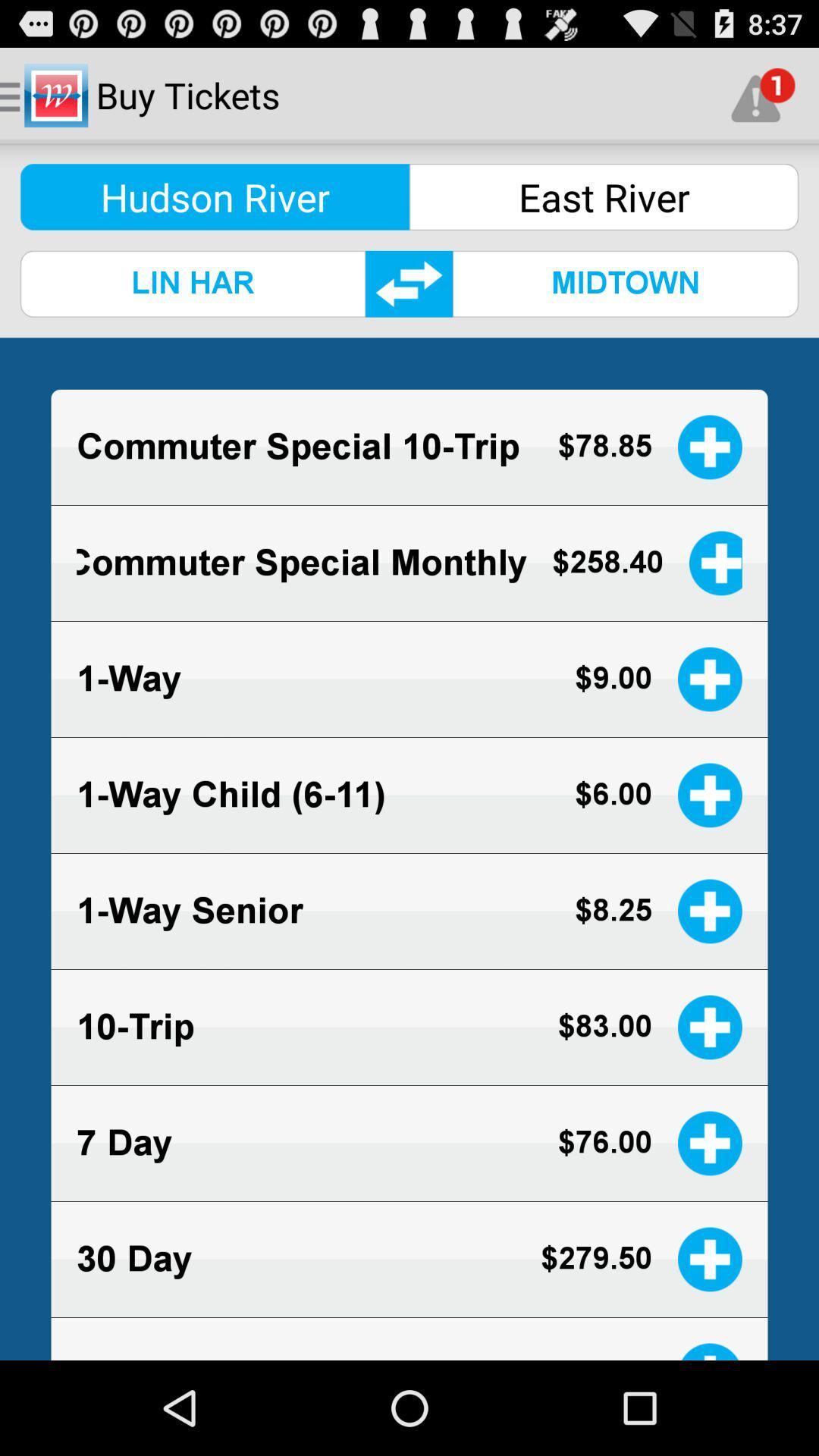 This screenshot has width=819, height=1456. What do you see at coordinates (408, 303) in the screenshot?
I see `the swap icon` at bounding box center [408, 303].